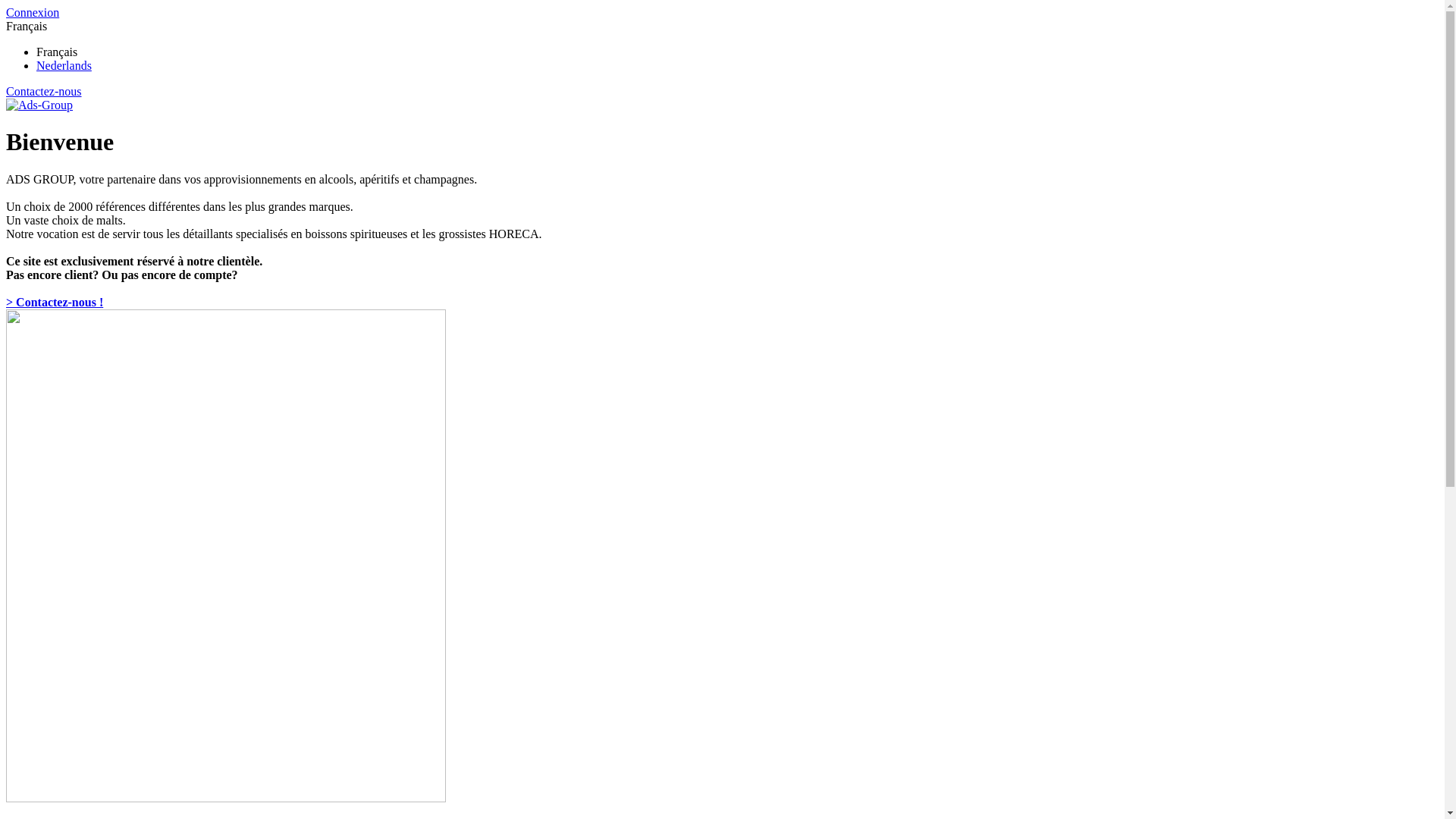  What do you see at coordinates (39, 104) in the screenshot?
I see `'Ads-Group'` at bounding box center [39, 104].